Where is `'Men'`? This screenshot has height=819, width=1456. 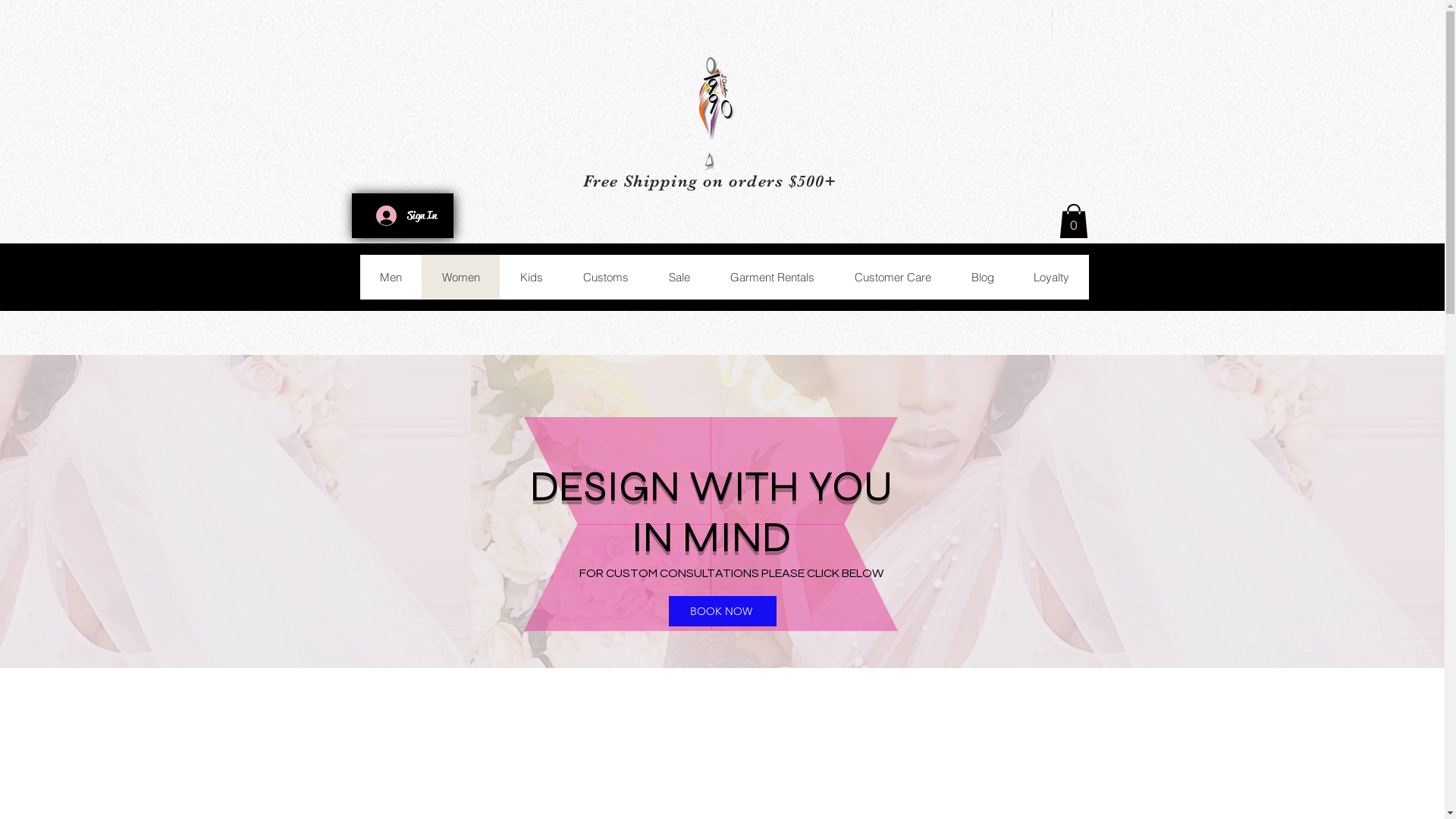
'Men' is located at coordinates (359, 277).